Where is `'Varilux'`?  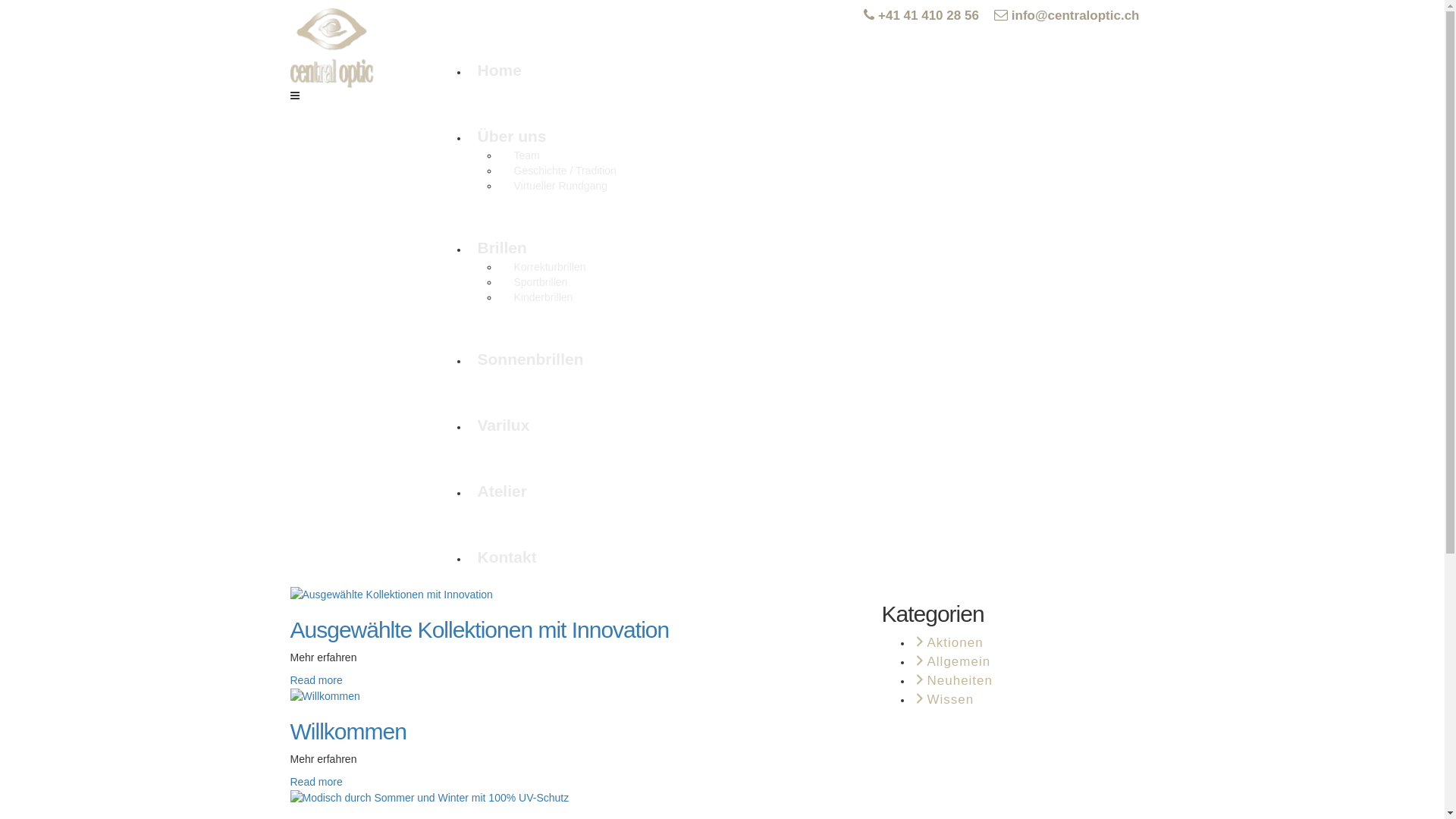 'Varilux' is located at coordinates (504, 425).